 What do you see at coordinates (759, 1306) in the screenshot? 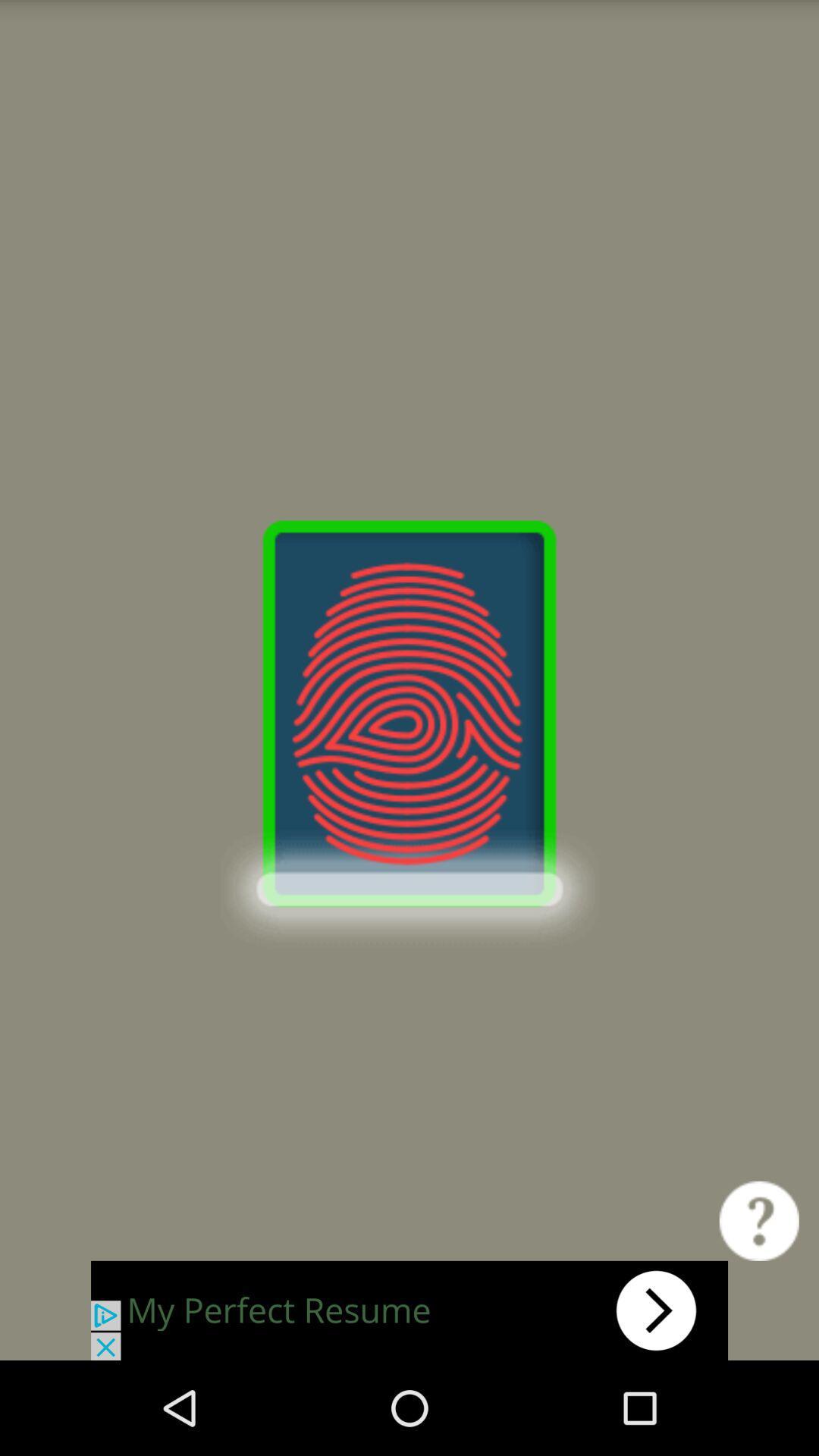
I see `the help icon` at bounding box center [759, 1306].